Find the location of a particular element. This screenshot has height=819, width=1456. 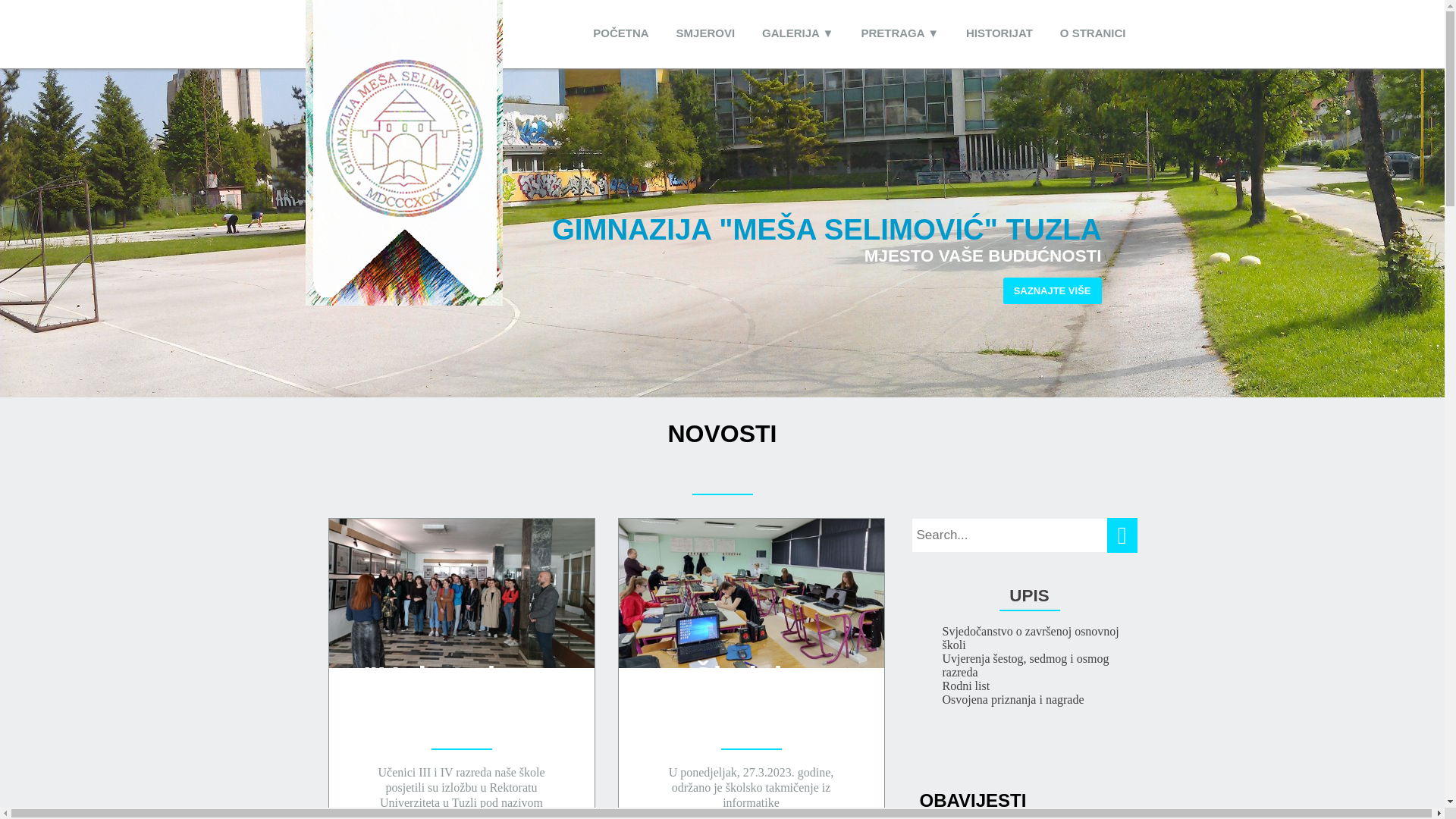

'O STRANICI' is located at coordinates (1093, 33).